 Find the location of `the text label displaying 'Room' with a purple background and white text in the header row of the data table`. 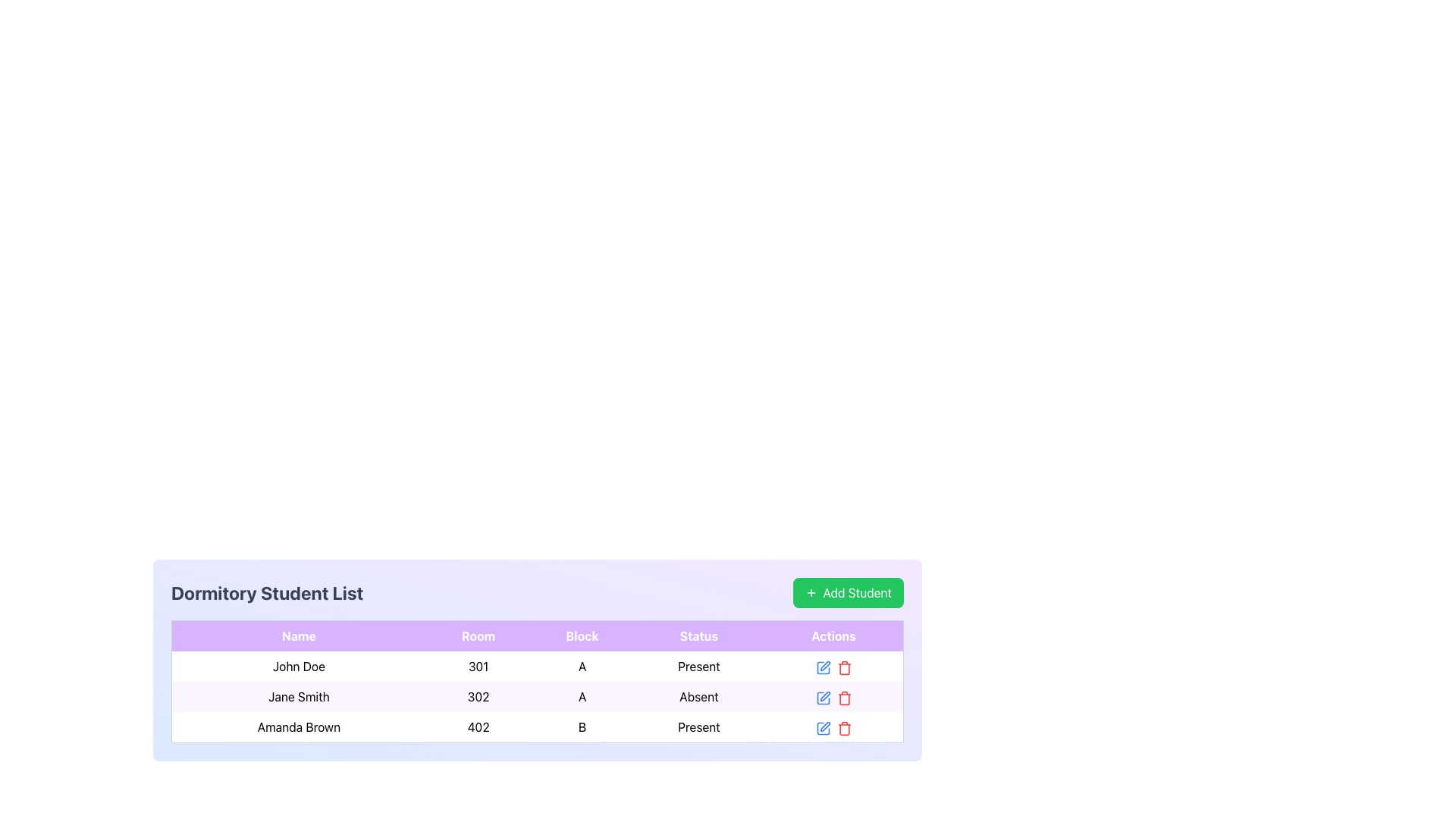

the text label displaying 'Room' with a purple background and white text in the header row of the data table is located at coordinates (478, 635).